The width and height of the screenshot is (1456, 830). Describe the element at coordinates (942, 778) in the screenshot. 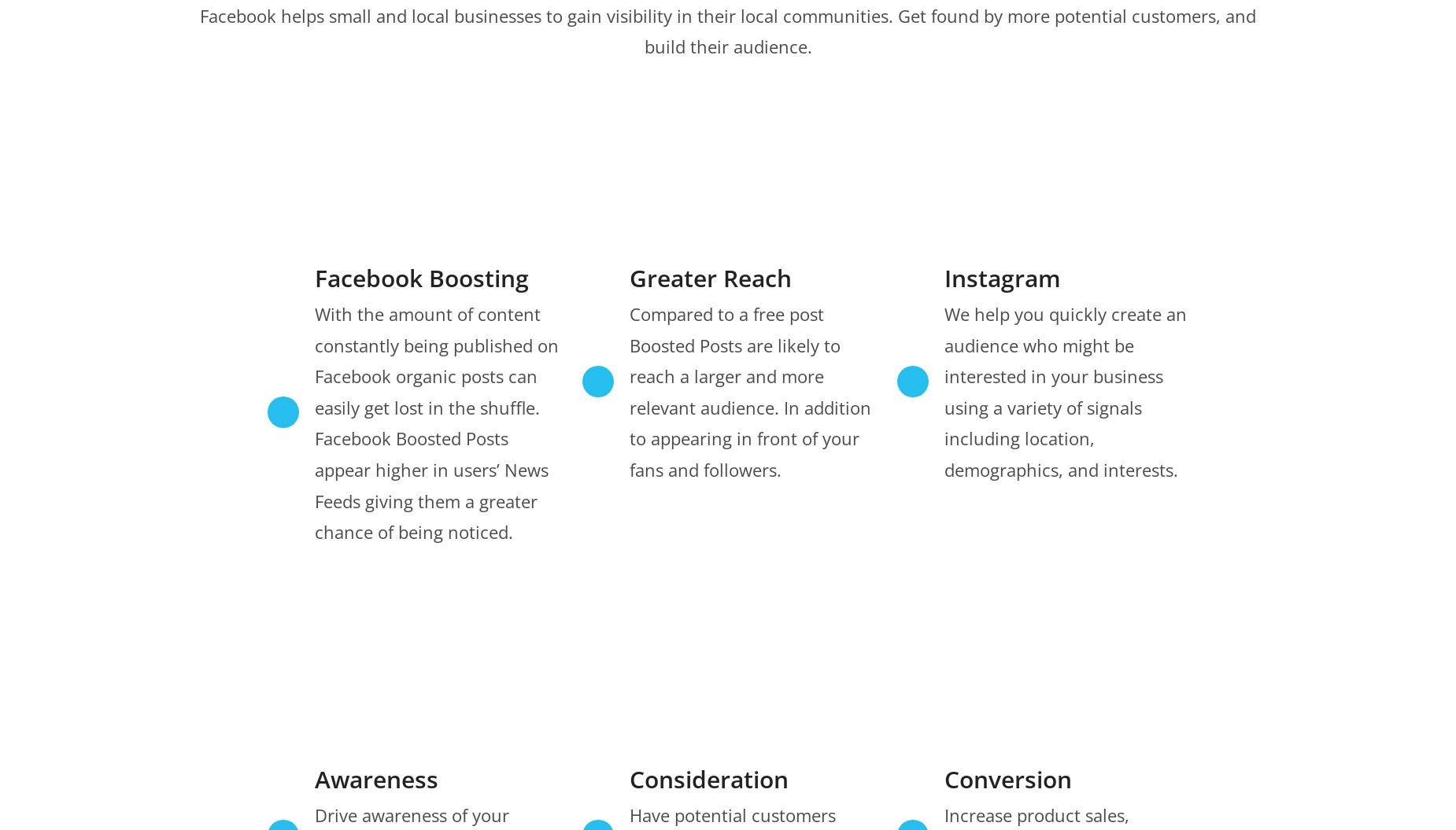

I see `'Conversion'` at that location.